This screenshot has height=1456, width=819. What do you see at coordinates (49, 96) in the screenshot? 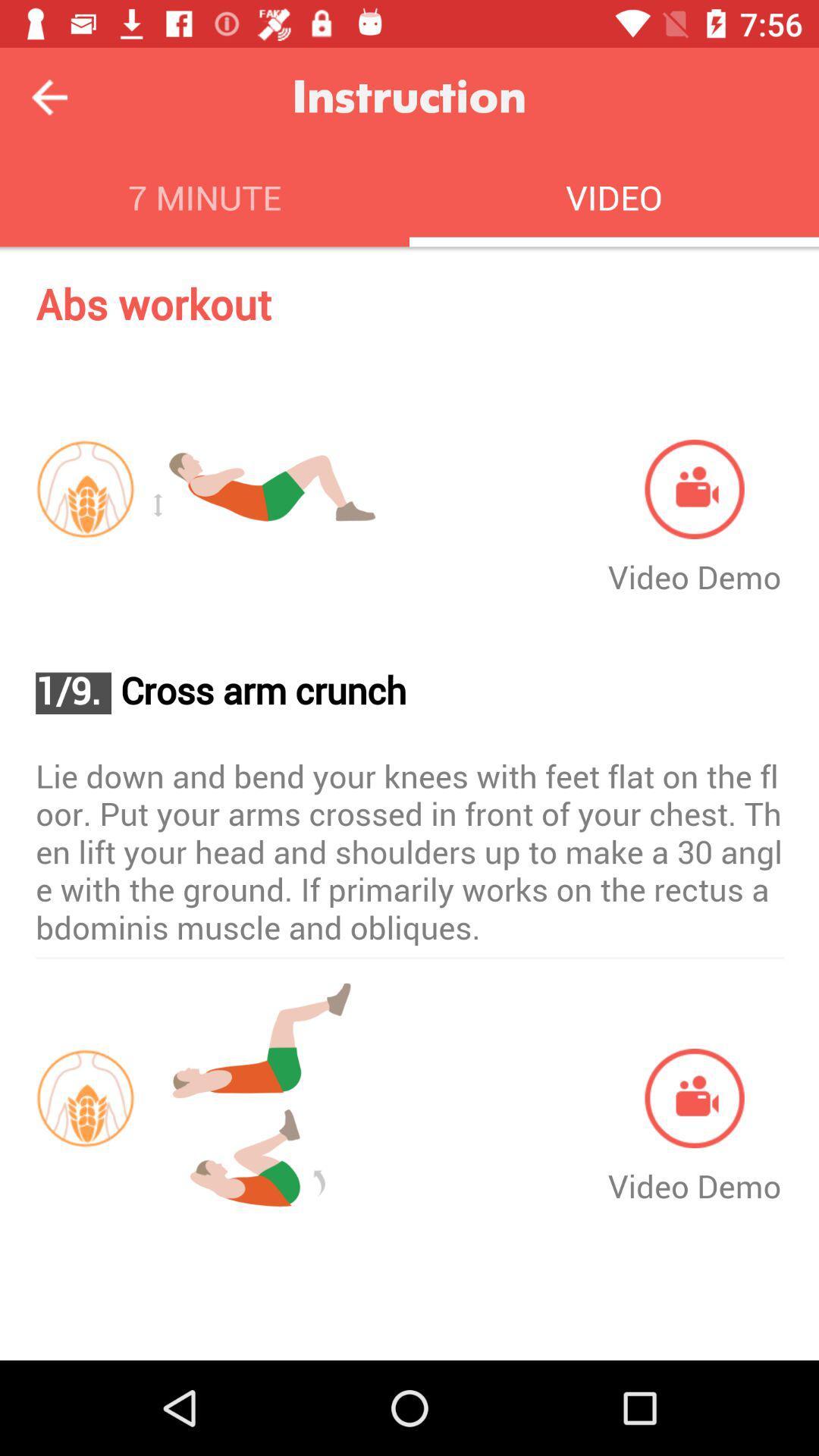
I see `go back` at bounding box center [49, 96].